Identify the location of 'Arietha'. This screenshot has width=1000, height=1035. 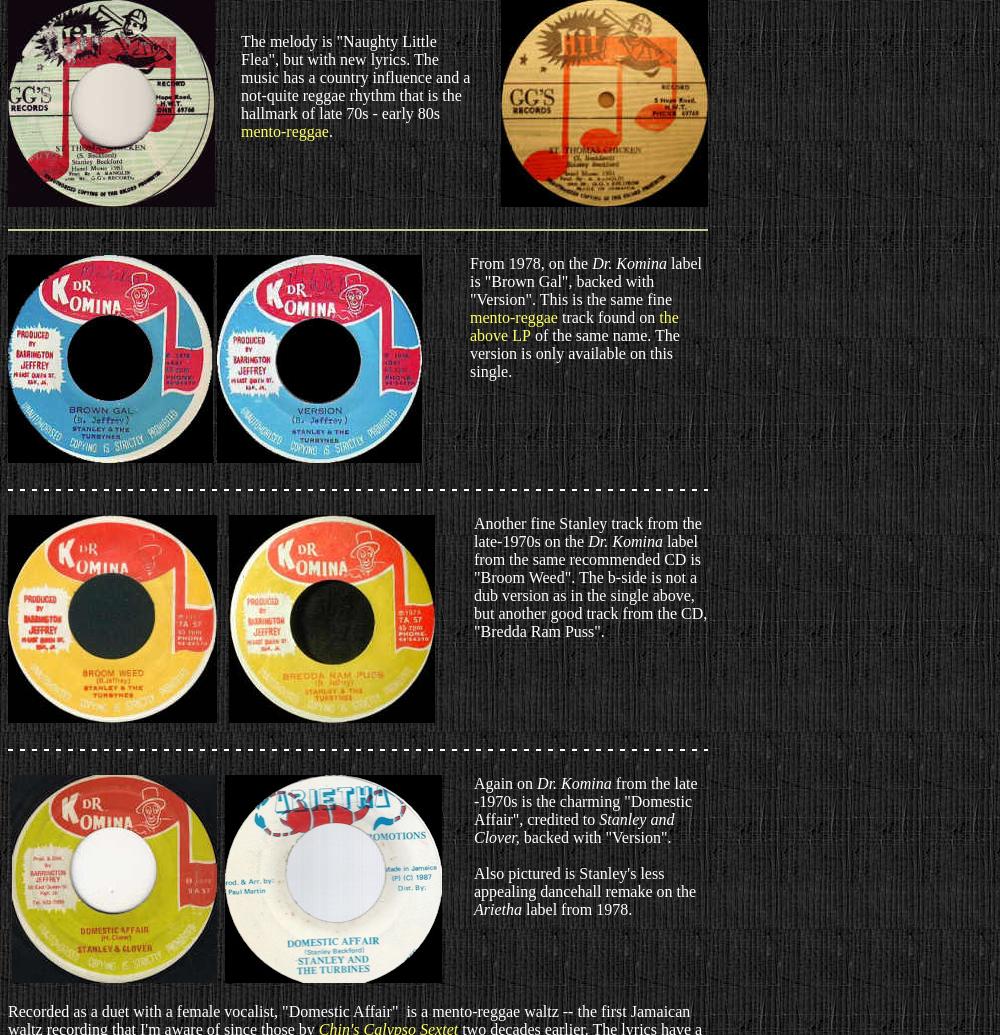
(473, 908).